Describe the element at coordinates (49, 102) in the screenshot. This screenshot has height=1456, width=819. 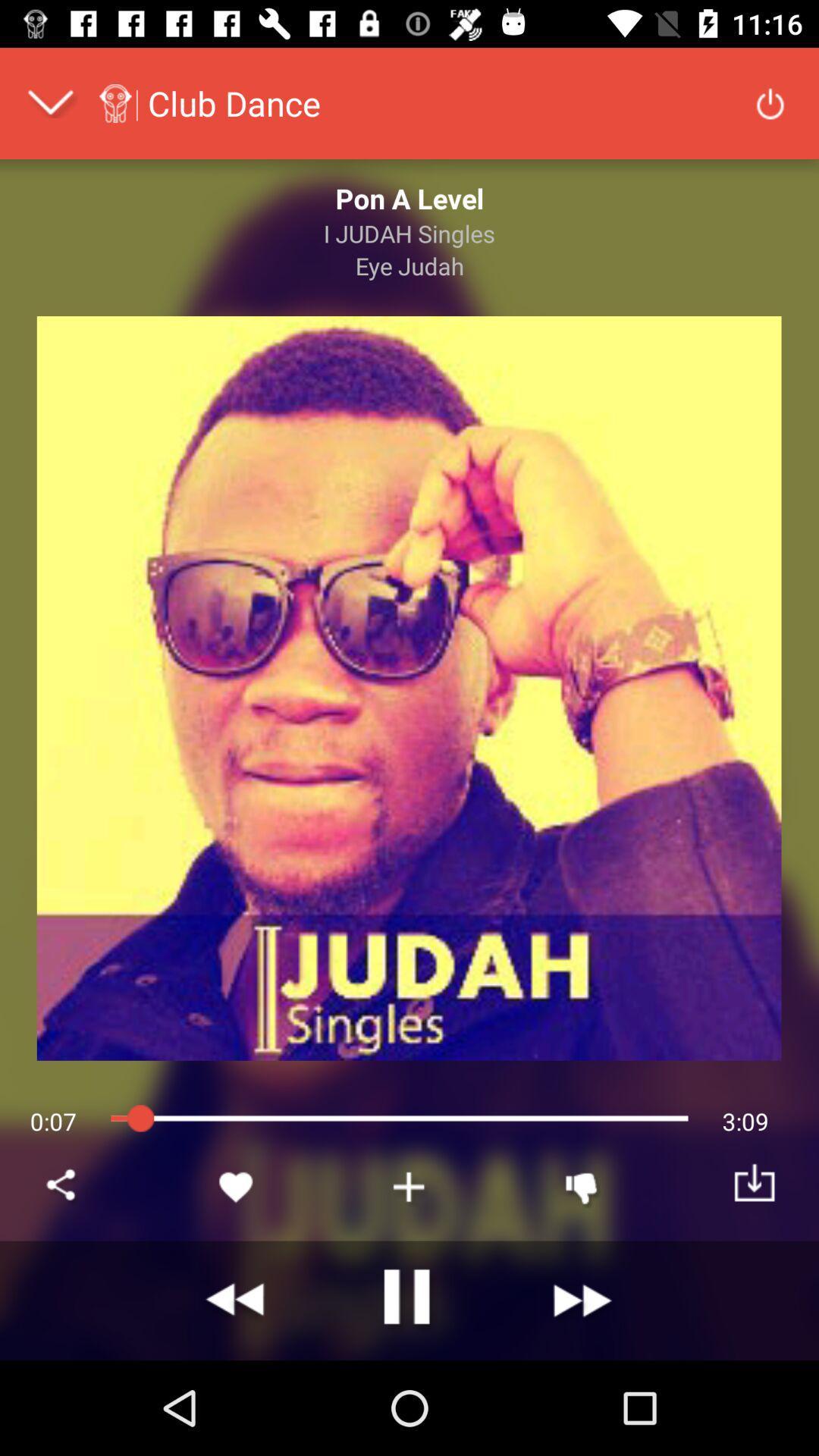
I see `drop down menu` at that location.